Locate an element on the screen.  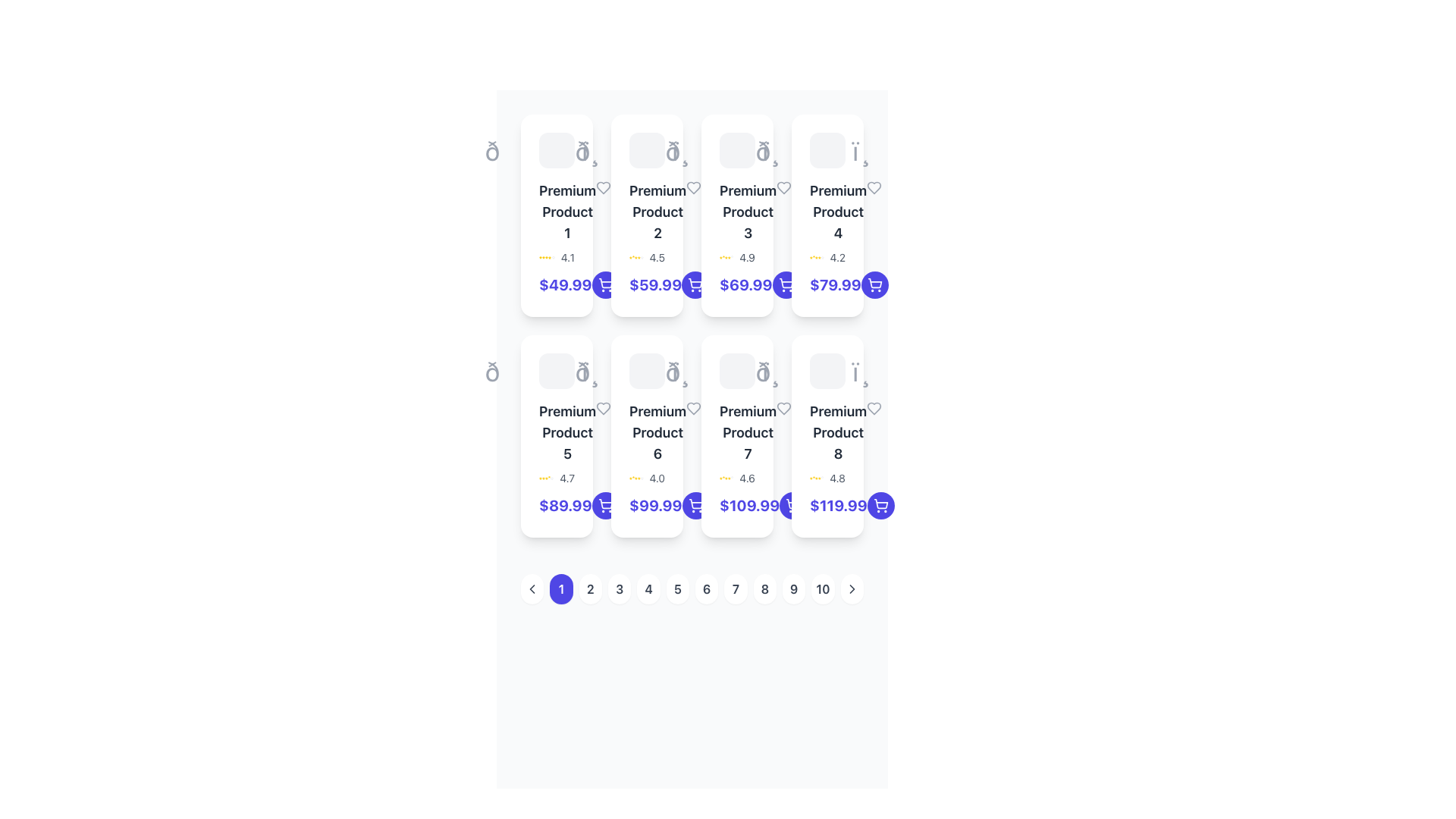
the circular button with a purple background and a white shopping cart icon at the bottom right of the 'Premium Product 3' card is located at coordinates (786, 284).